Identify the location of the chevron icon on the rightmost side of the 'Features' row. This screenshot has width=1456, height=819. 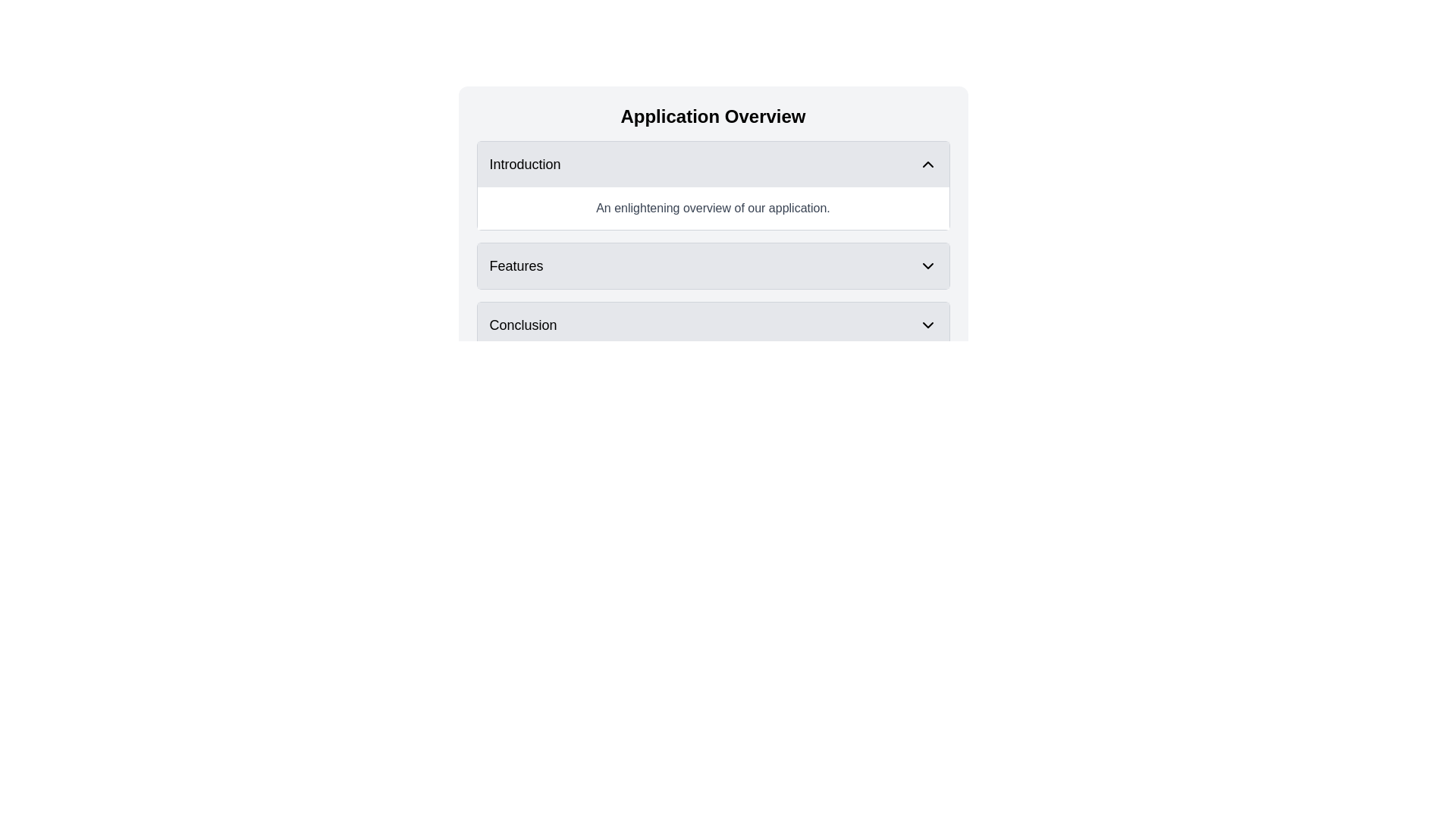
(927, 265).